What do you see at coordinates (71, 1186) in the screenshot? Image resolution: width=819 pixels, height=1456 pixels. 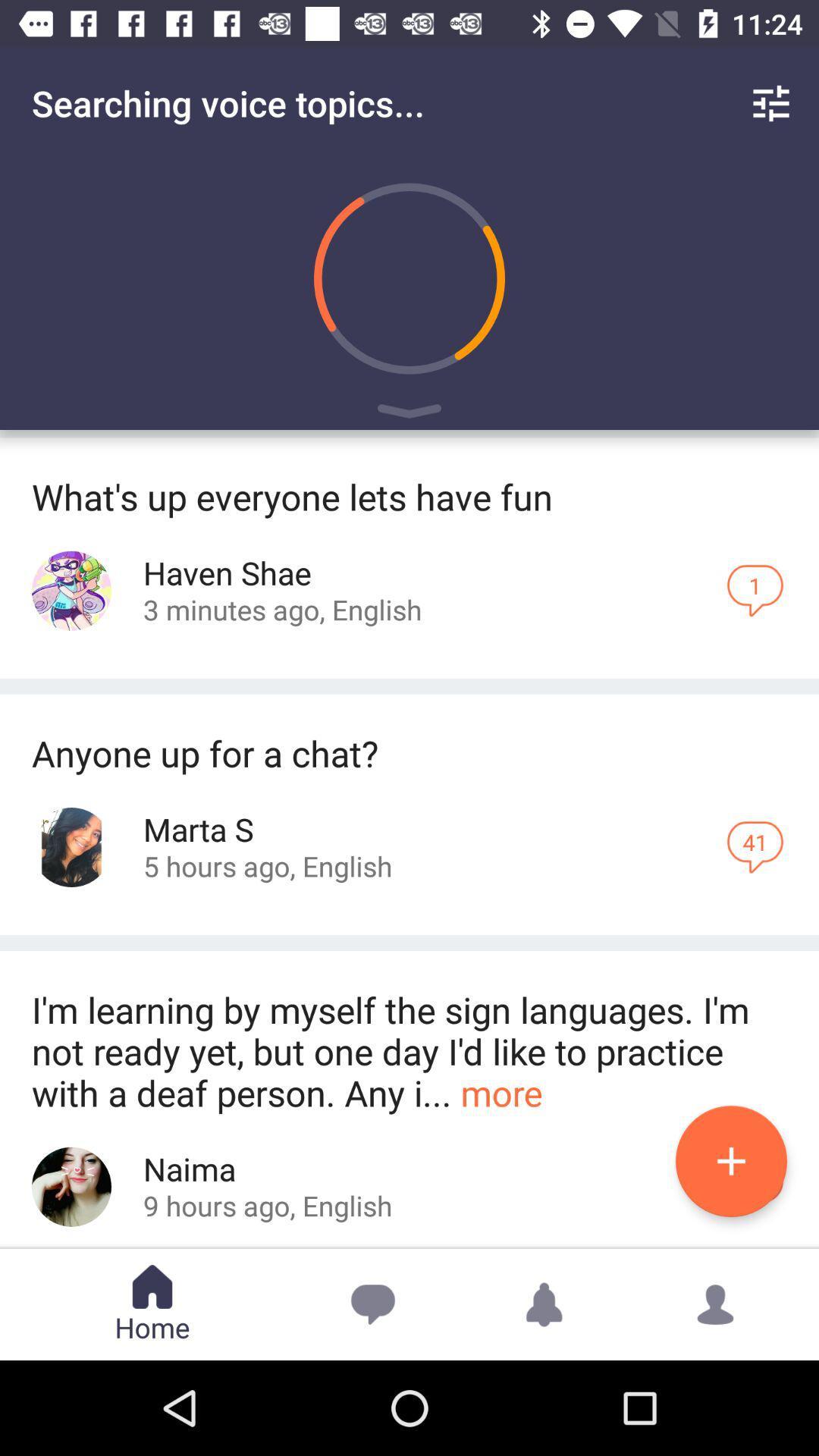 I see `open profile page` at bounding box center [71, 1186].